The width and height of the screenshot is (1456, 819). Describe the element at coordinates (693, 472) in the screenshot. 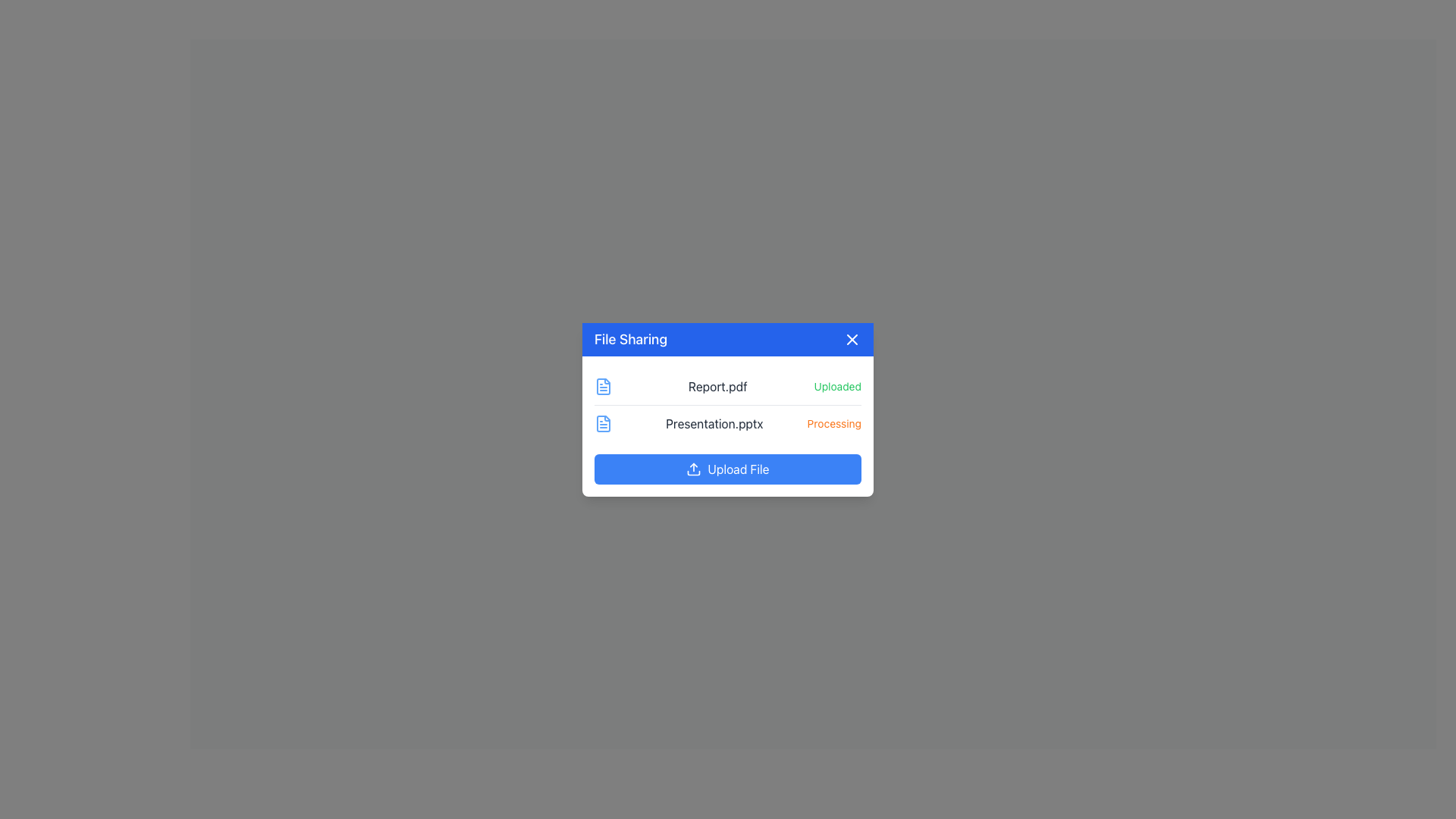

I see `the 'Upload File' button which contains the upload icon element in the 'File Sharing' dialog` at that location.